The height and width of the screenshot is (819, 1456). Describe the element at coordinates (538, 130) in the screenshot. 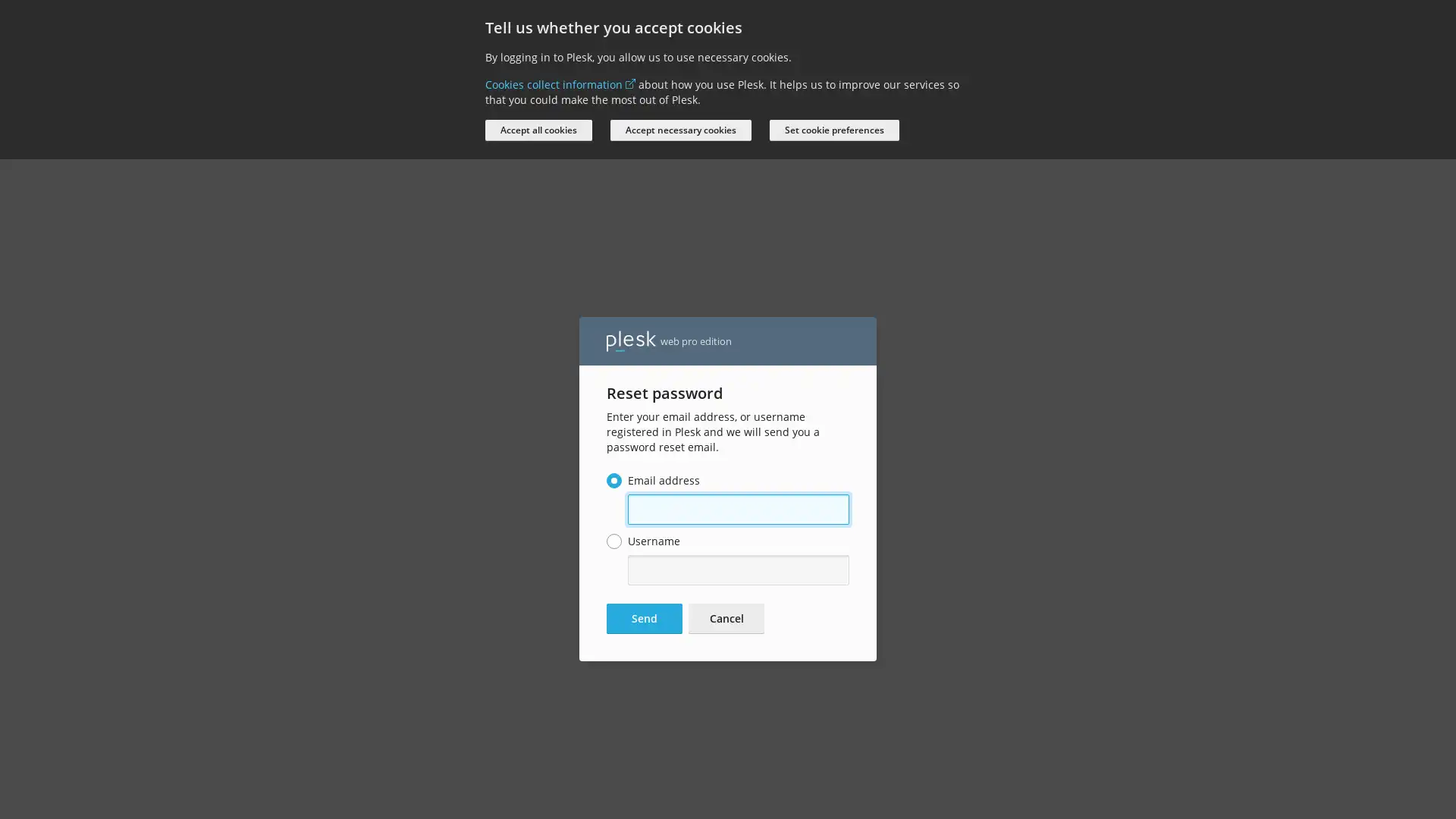

I see `Accept all cookies` at that location.